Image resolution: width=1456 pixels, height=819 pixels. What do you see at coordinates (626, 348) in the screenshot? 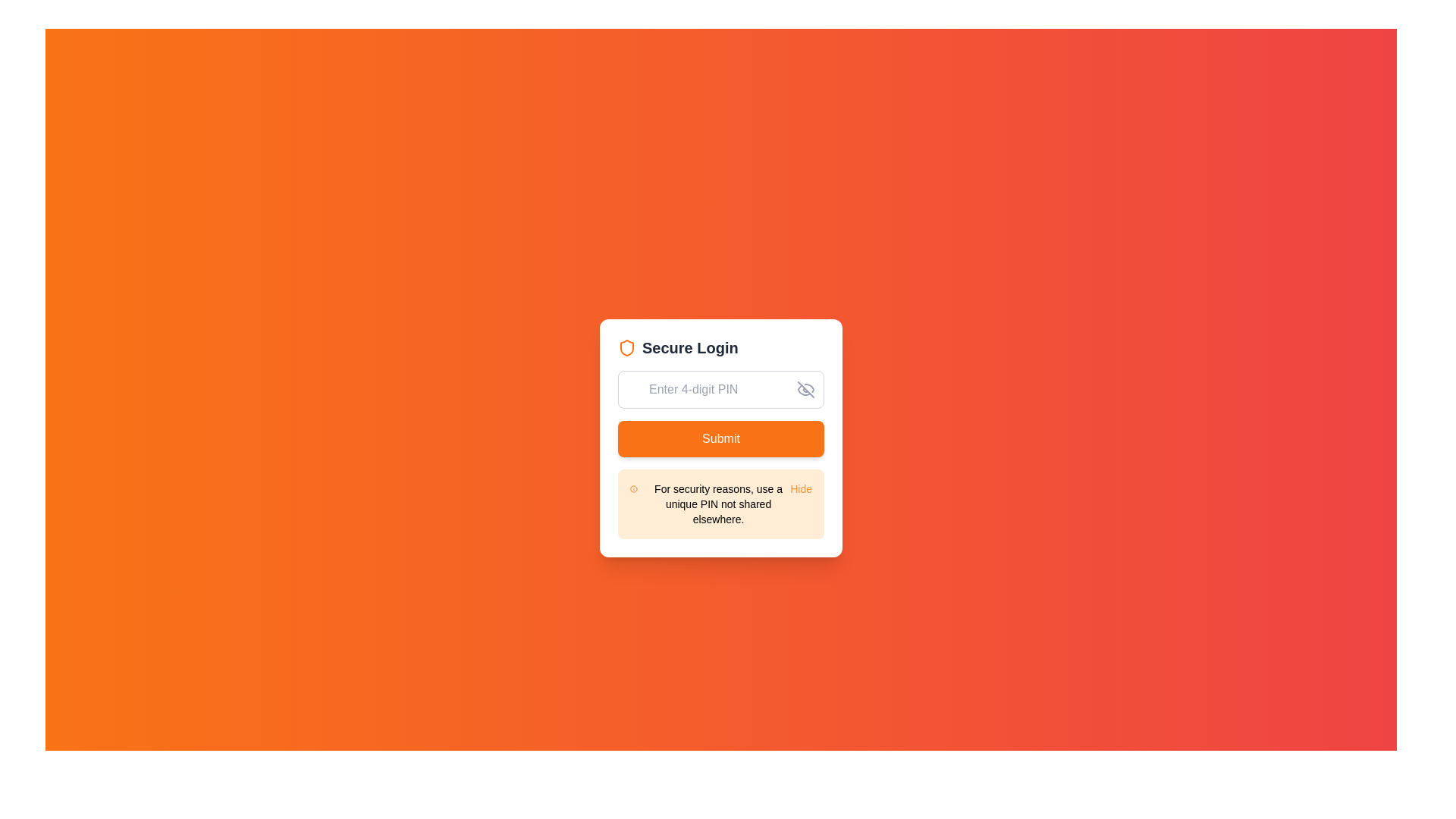
I see `the orange shield icon with a white background located at the top-left corner of the main form, next to the 'Secure Login' title text` at bounding box center [626, 348].